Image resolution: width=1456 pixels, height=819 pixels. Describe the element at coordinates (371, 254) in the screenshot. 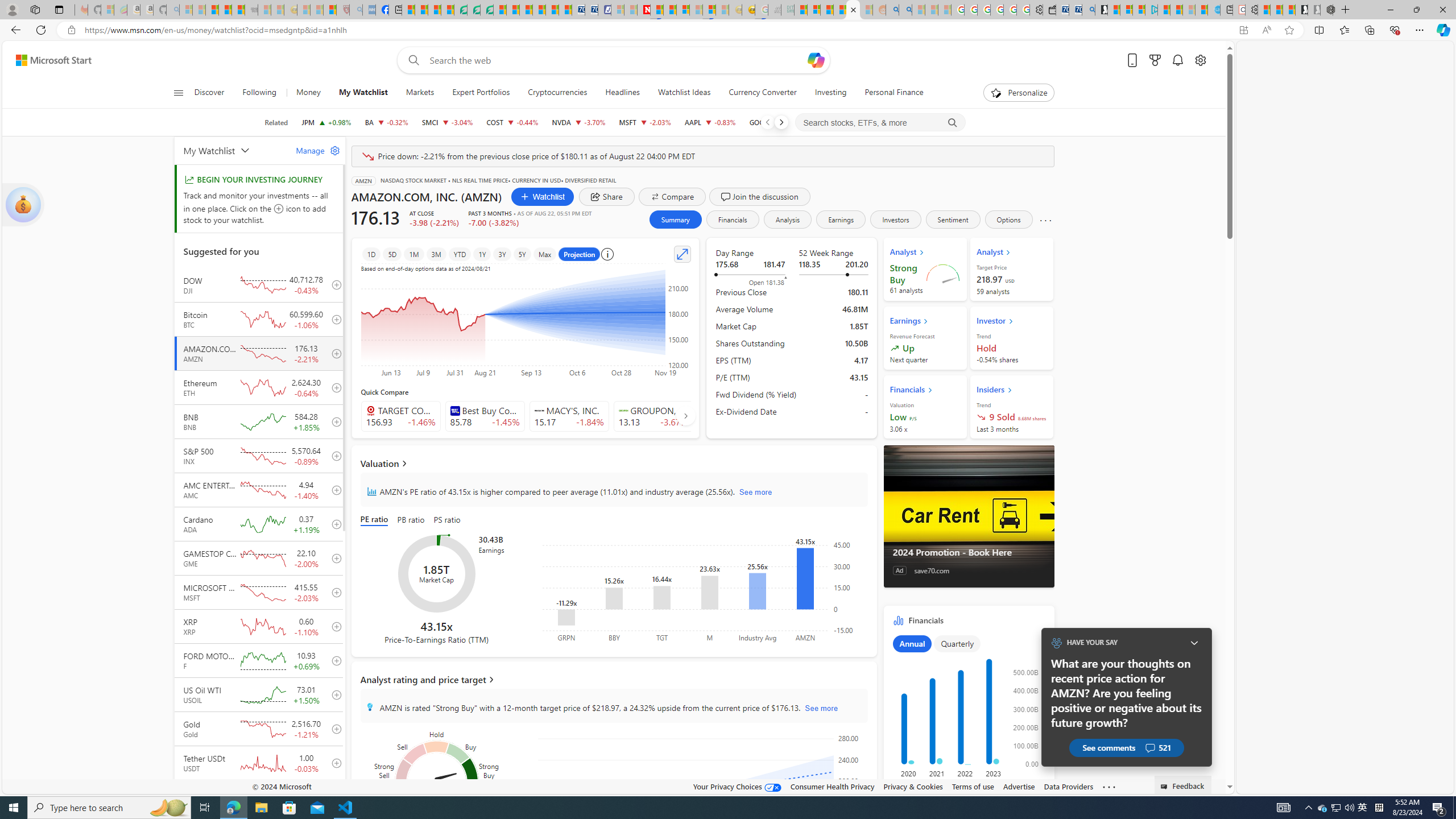

I see `'1D'` at that location.